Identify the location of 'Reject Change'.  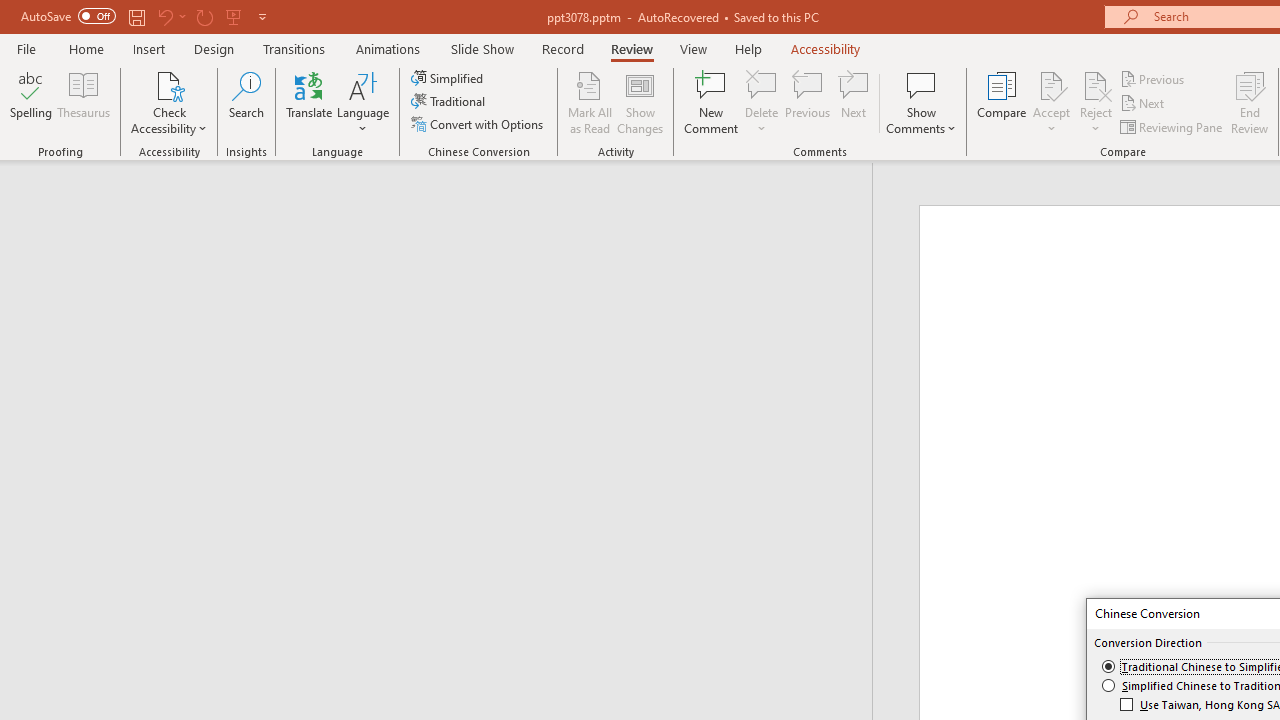
(1095, 84).